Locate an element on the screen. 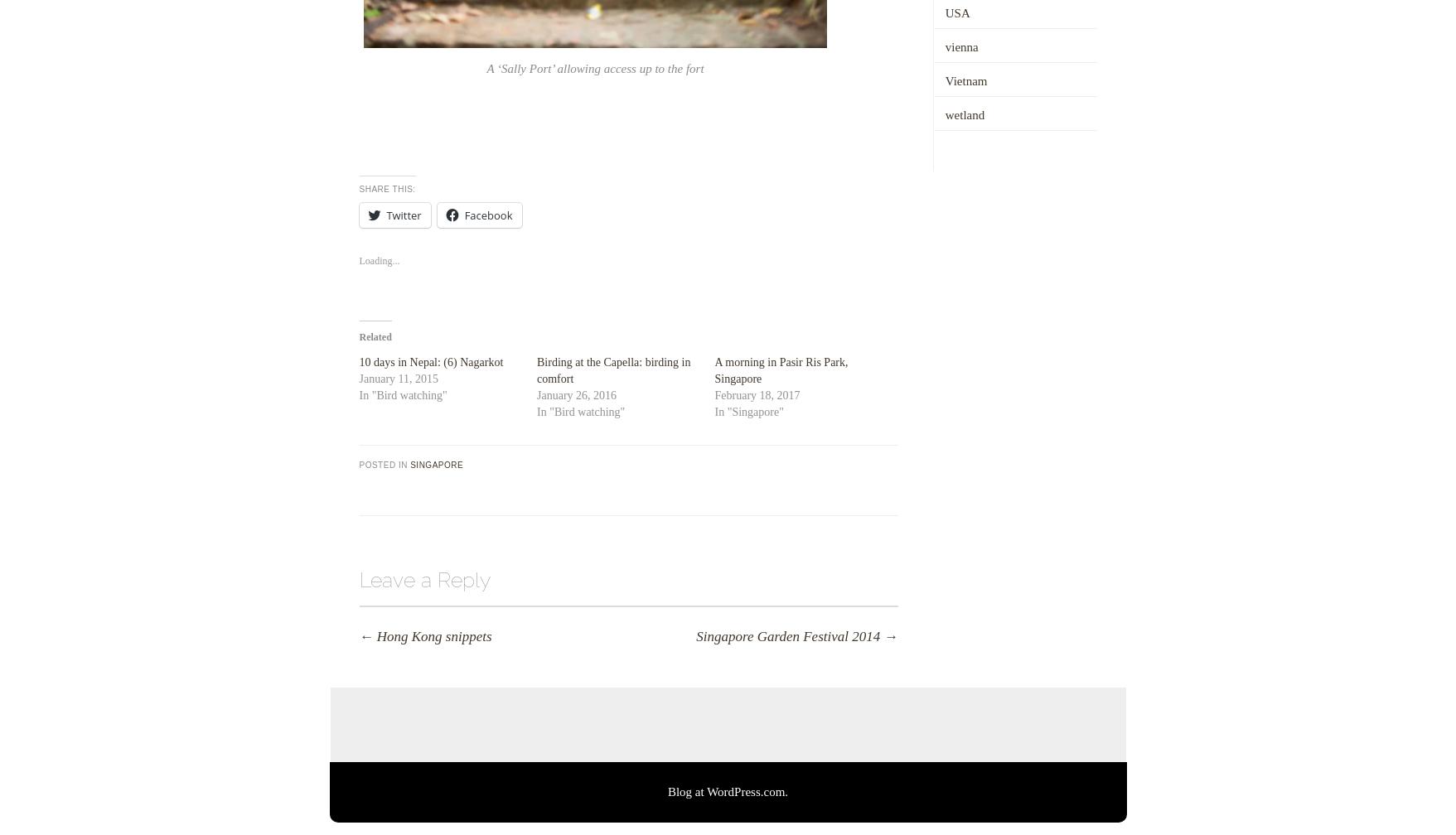  'Posted in' is located at coordinates (384, 460).